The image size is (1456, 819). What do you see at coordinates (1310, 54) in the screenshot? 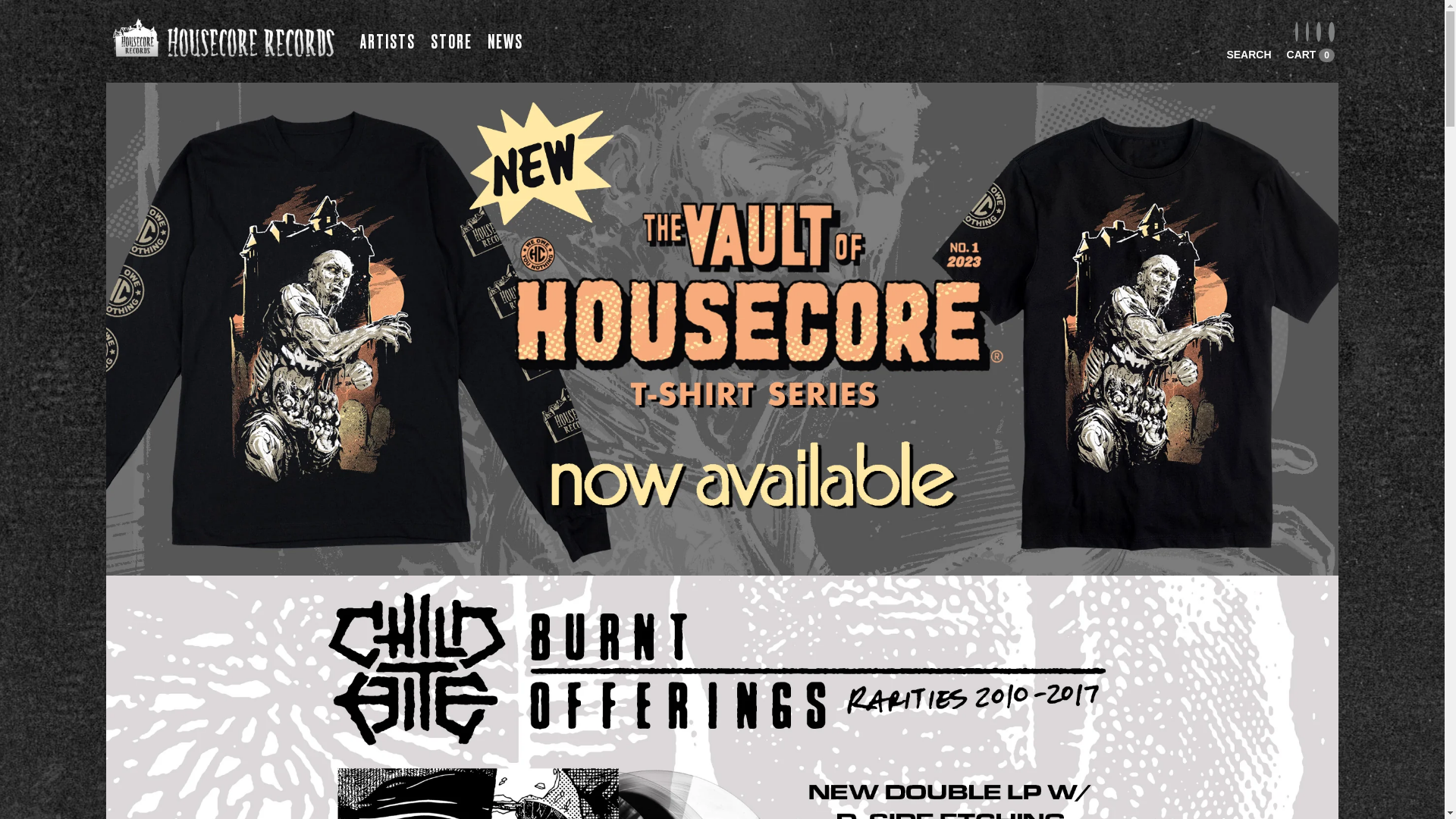
I see `'CART 0'` at bounding box center [1310, 54].